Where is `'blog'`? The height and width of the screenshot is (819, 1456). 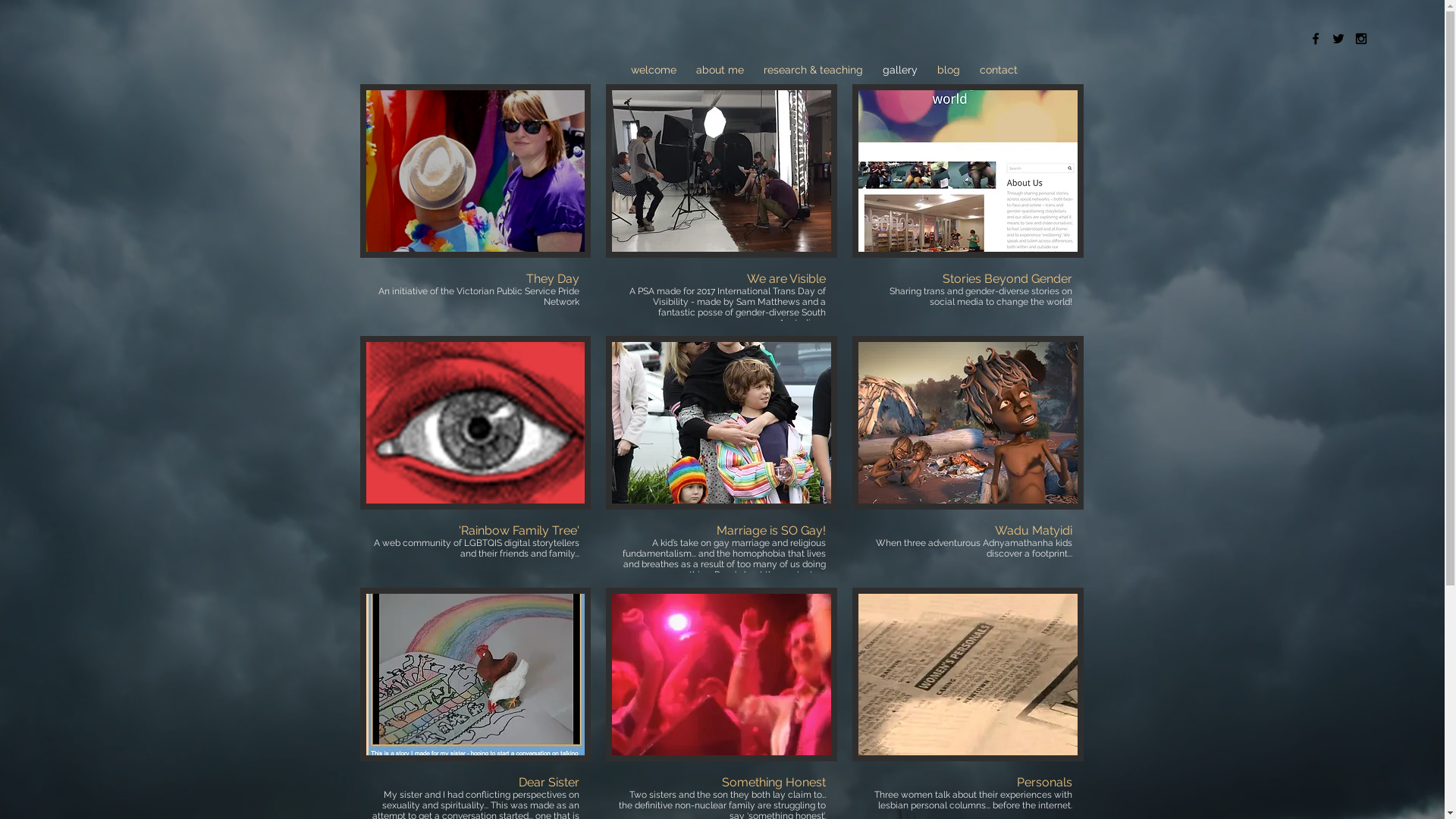
'blog' is located at coordinates (946, 70).